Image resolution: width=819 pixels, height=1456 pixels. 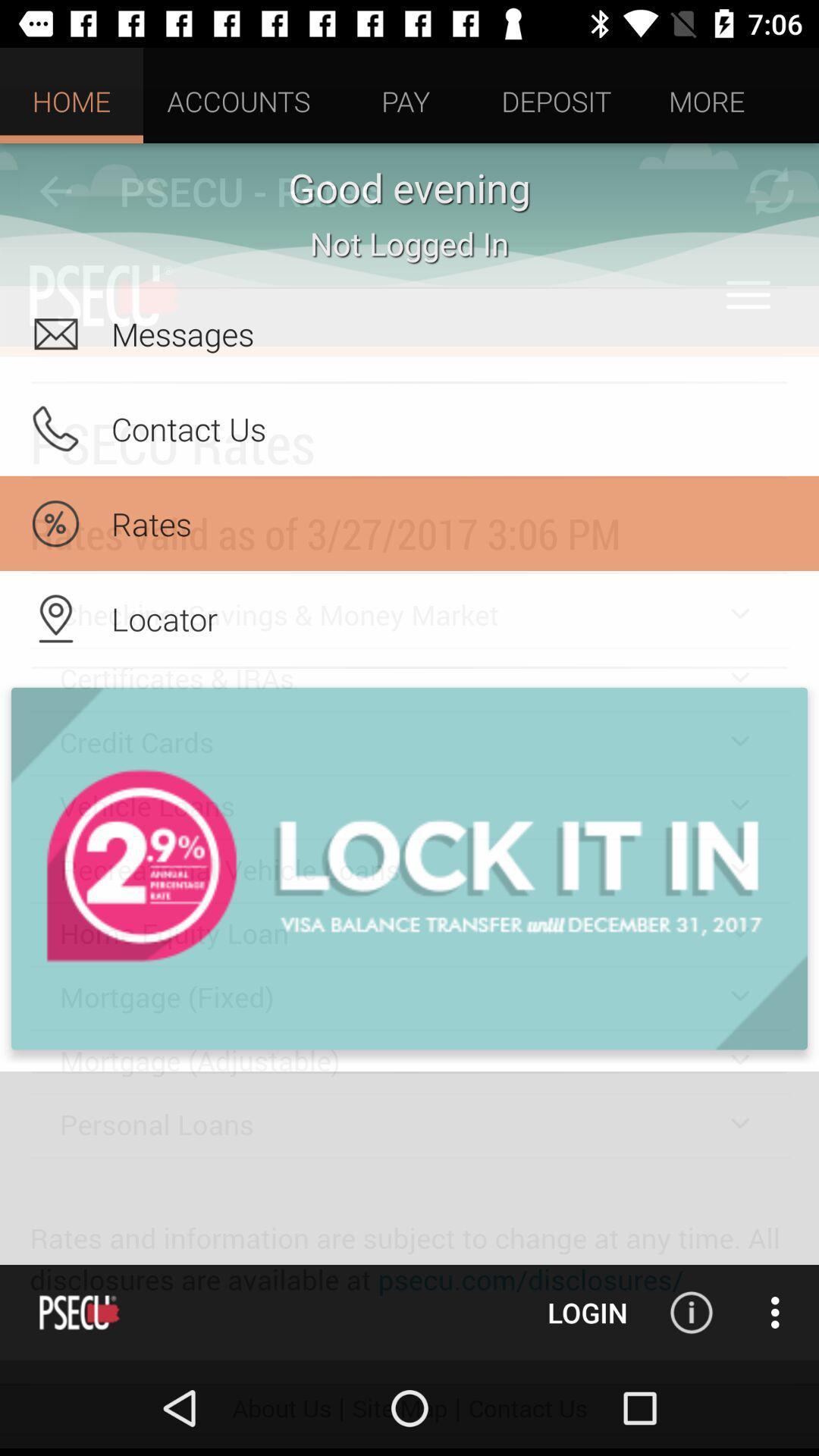 I want to click on login button at the bottom of the page, so click(x=587, y=1312).